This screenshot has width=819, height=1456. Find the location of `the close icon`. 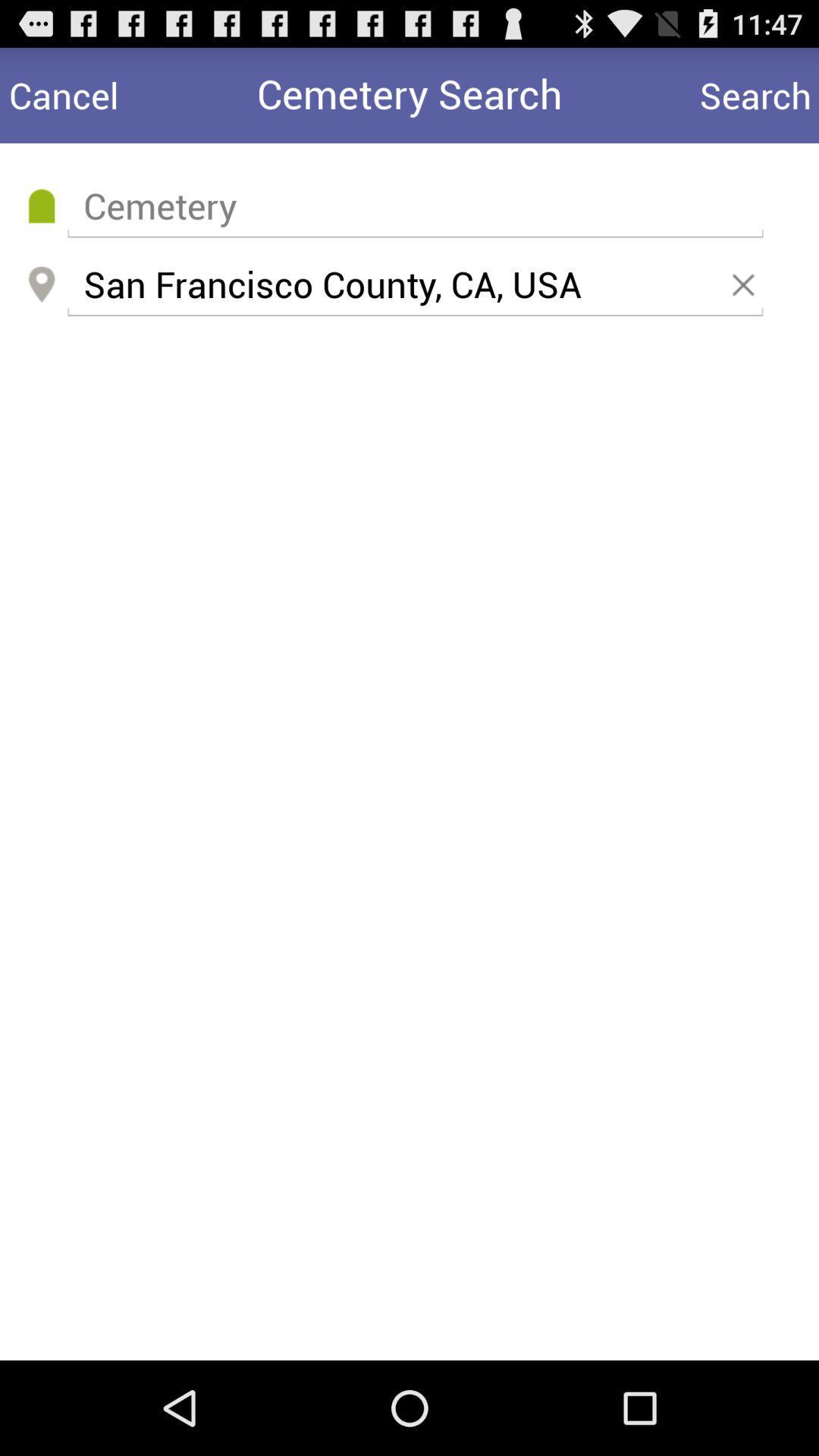

the close icon is located at coordinates (745, 304).